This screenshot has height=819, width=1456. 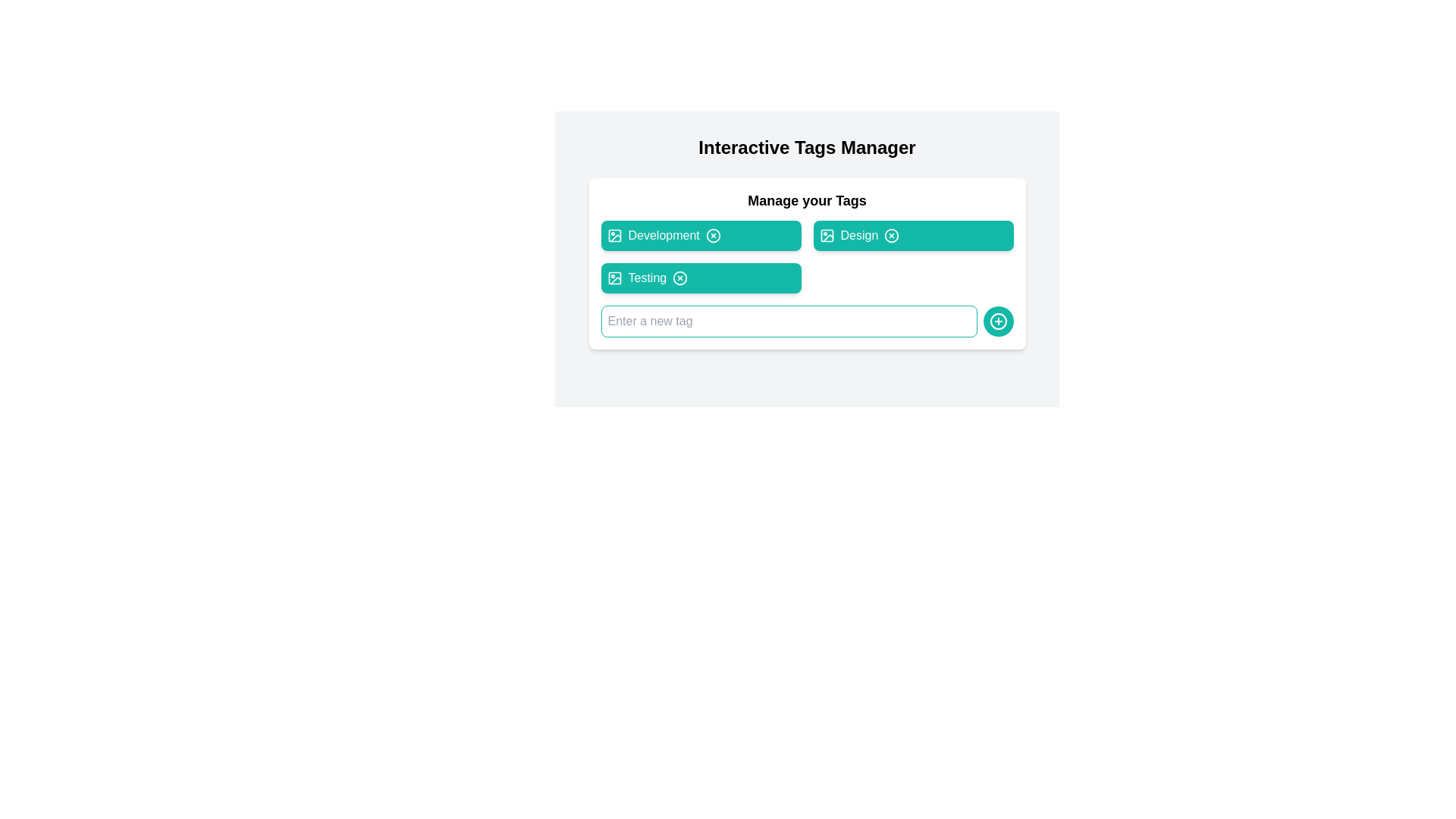 I want to click on the button located at the end of the 'Testing' tag in the 'Manage your Tags' section, so click(x=679, y=278).